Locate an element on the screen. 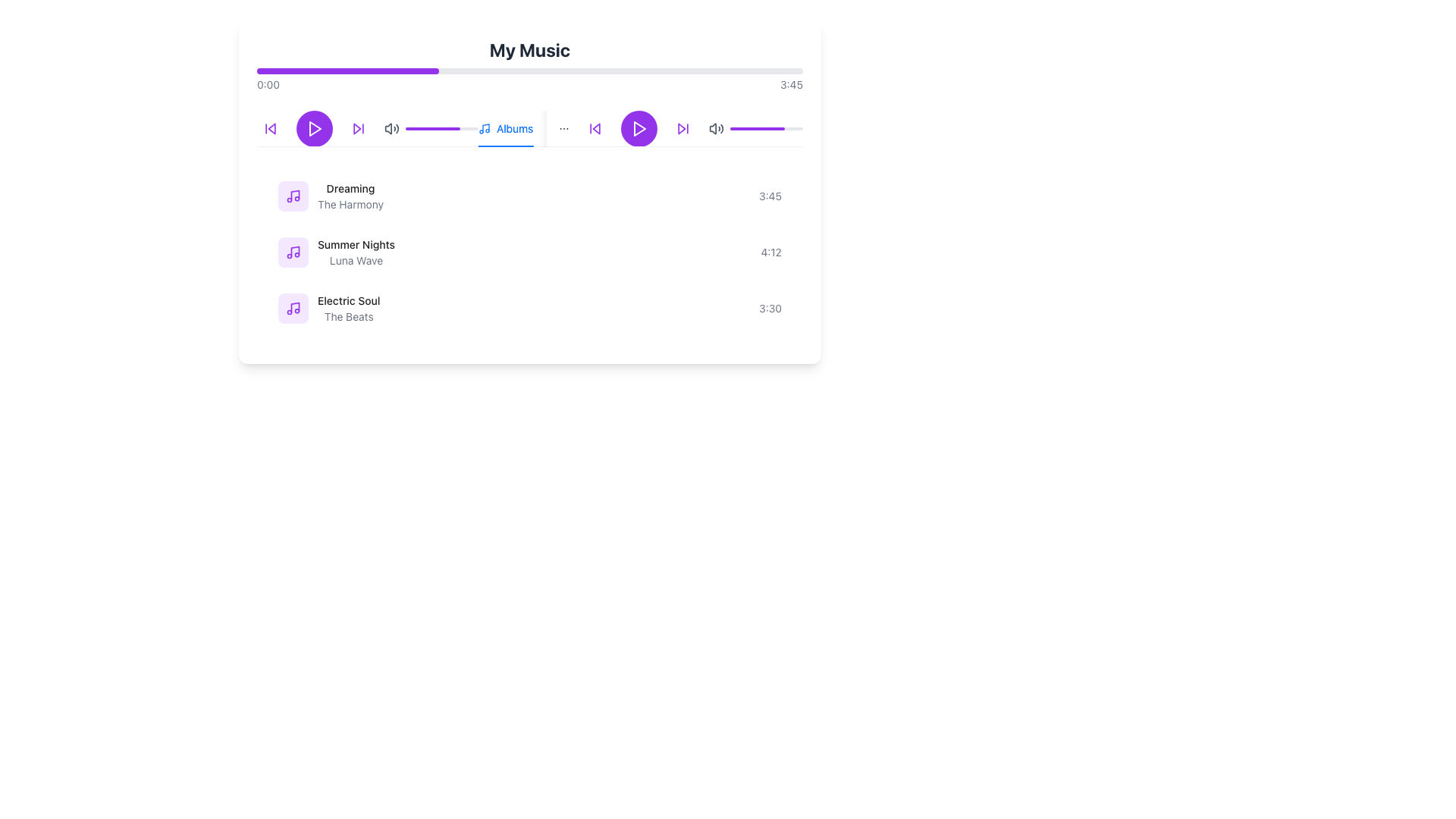 The height and width of the screenshot is (819, 1456). the 'more options' button (ellipsis) located at the rightmost side of the navigation bar is located at coordinates (563, 127).